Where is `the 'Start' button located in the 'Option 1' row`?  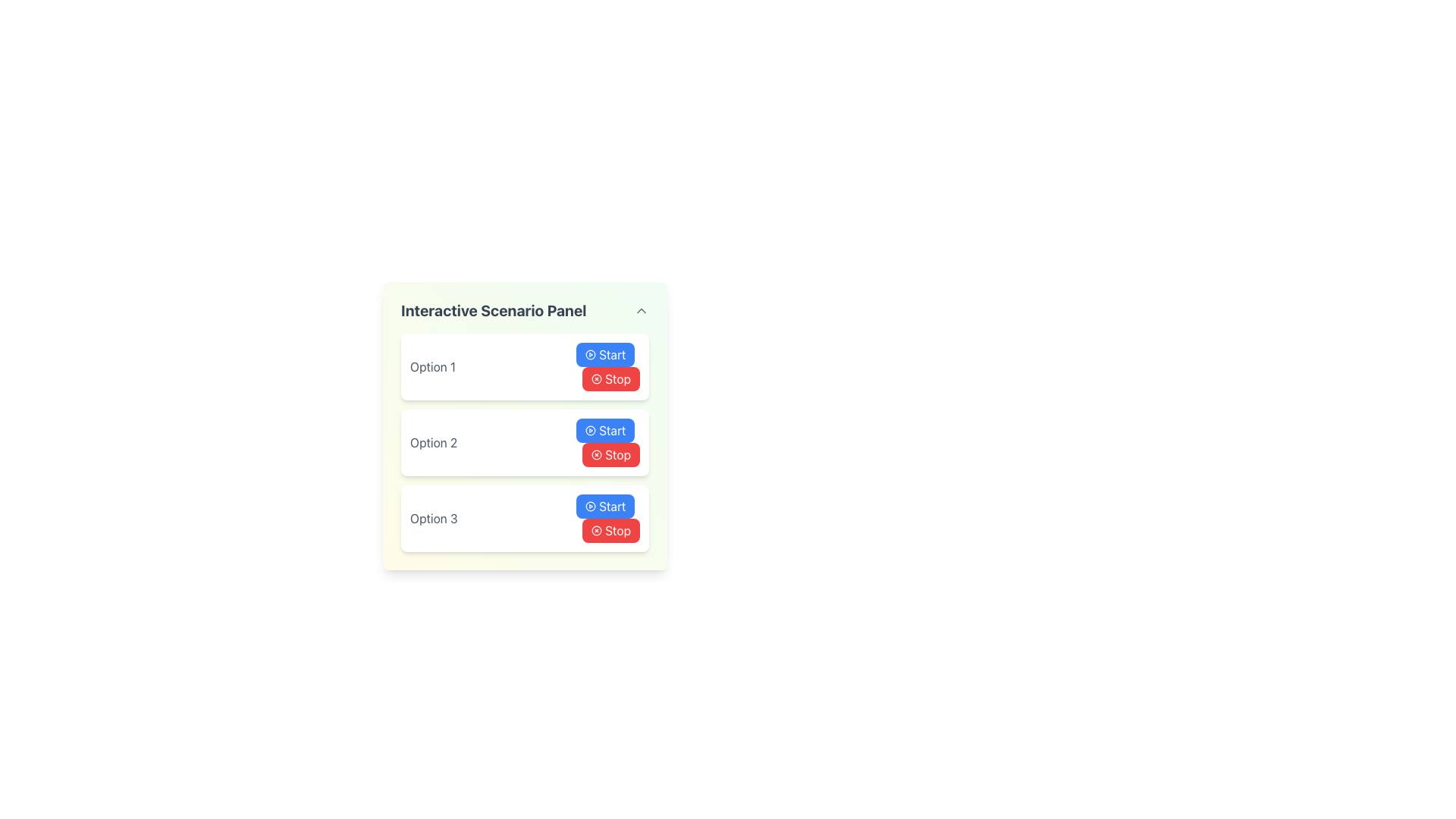
the 'Start' button located in the 'Option 1' row is located at coordinates (604, 354).